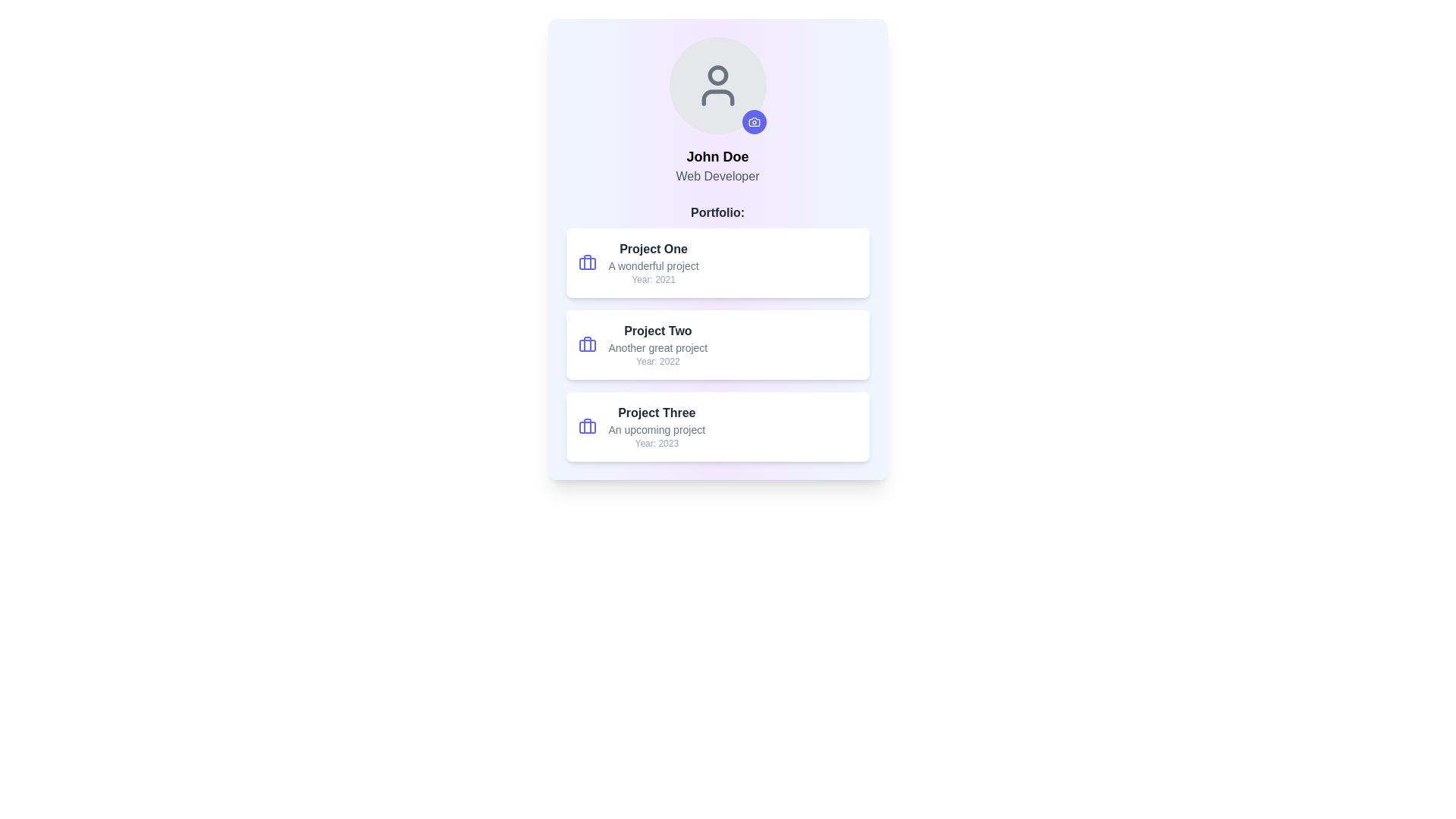 The image size is (1456, 819). What do you see at coordinates (717, 157) in the screenshot?
I see `the Text Label displaying the user's name, located underneath the user icon and above the 'Web Developer' label` at bounding box center [717, 157].